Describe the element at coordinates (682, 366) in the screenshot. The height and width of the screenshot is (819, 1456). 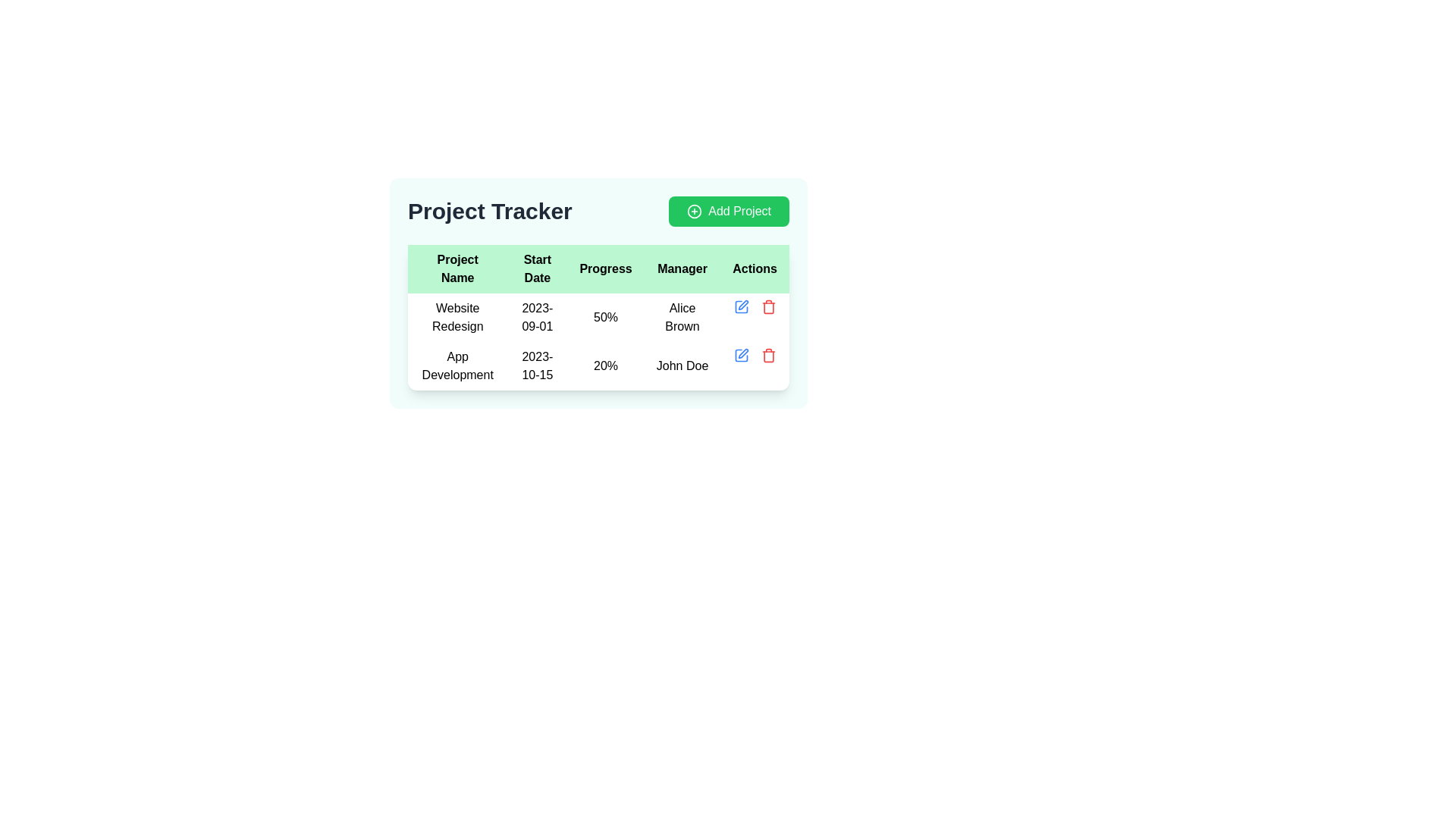
I see `the text label displaying the manager's name for the 'App Development' project` at that location.